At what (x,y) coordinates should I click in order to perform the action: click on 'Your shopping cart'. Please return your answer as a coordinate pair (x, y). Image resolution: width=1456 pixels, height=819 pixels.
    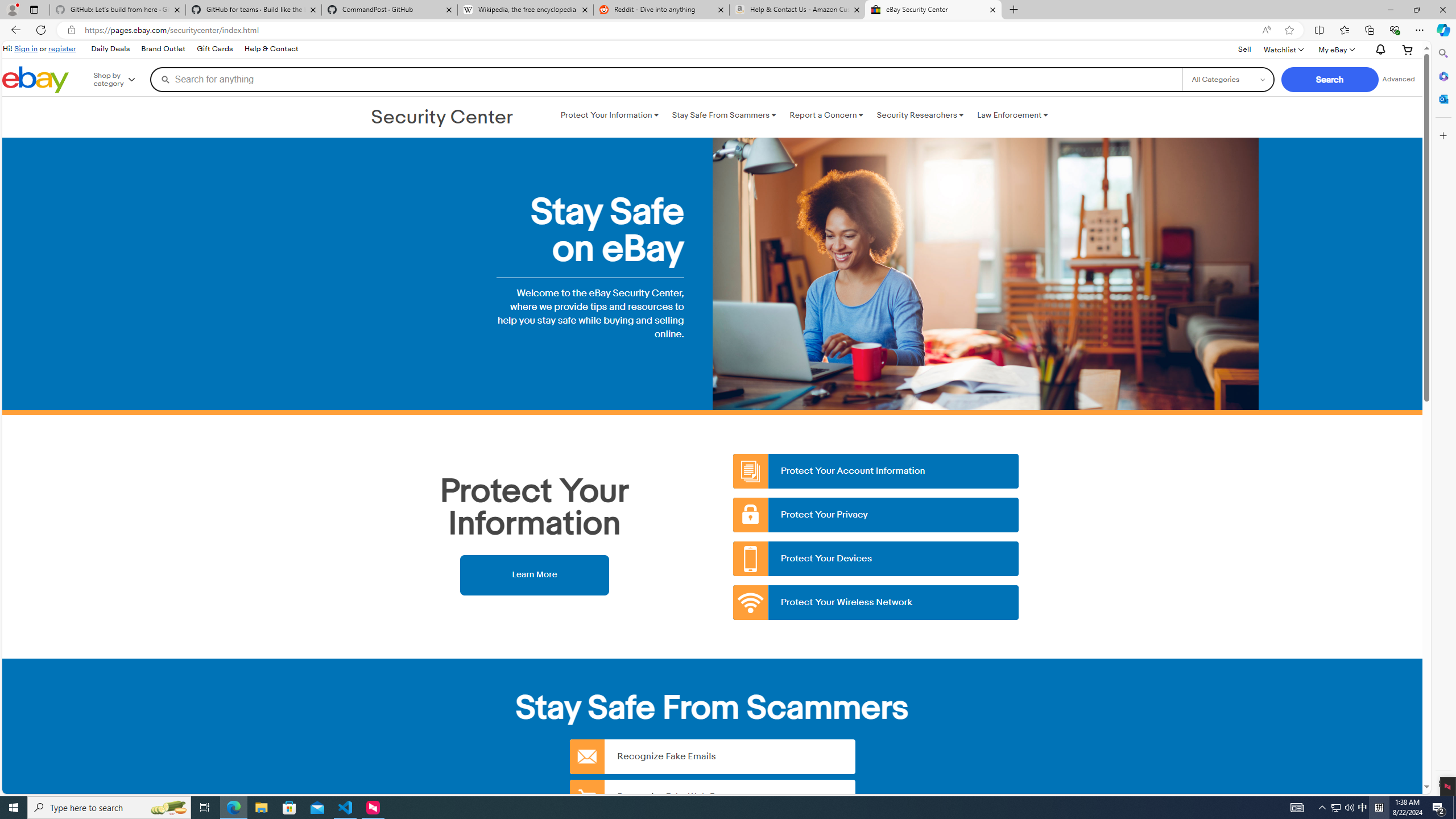
    Looking at the image, I should click on (1407, 49).